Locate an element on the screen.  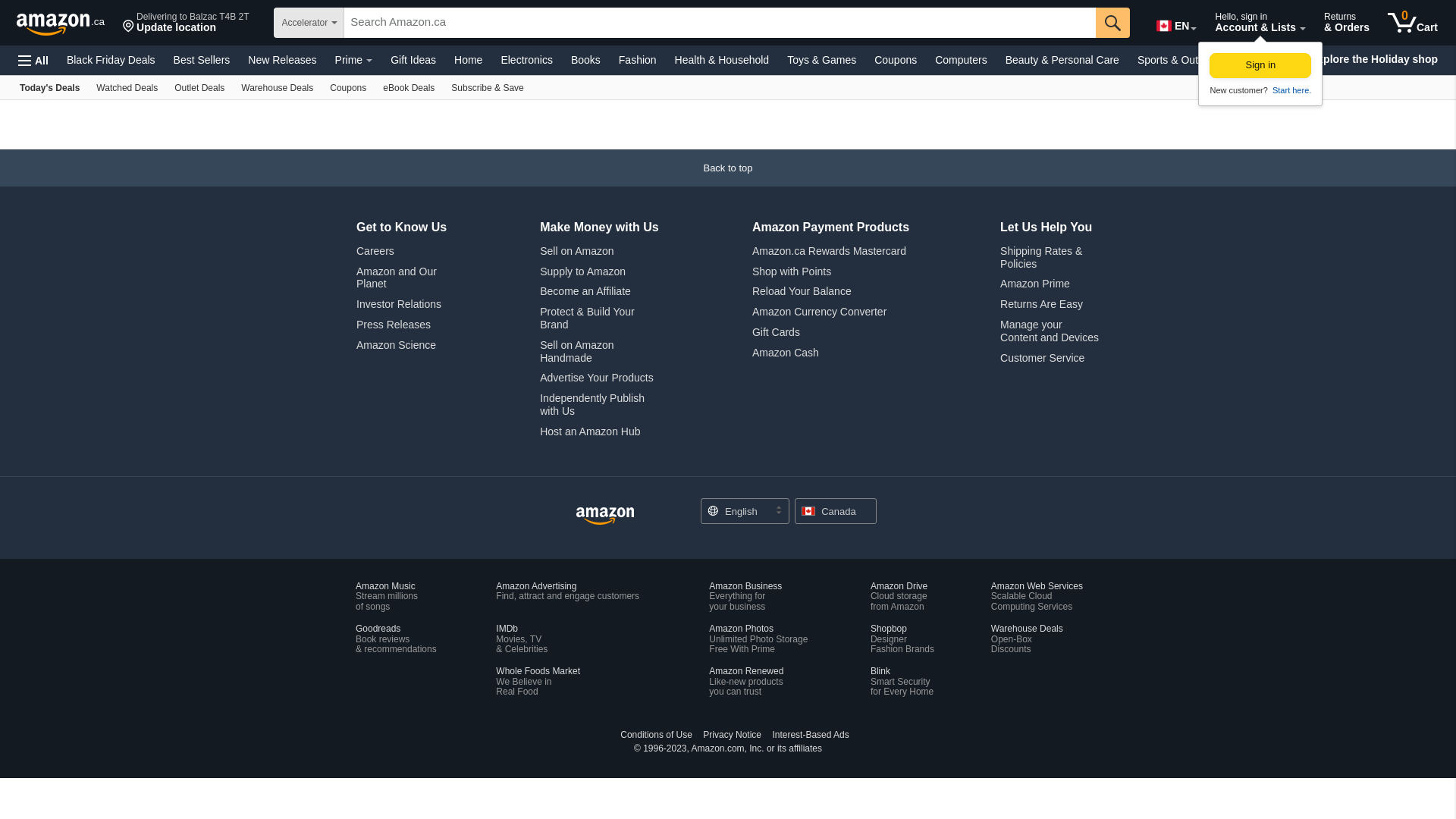
'Warehouse Deals is located at coordinates (1027, 639).